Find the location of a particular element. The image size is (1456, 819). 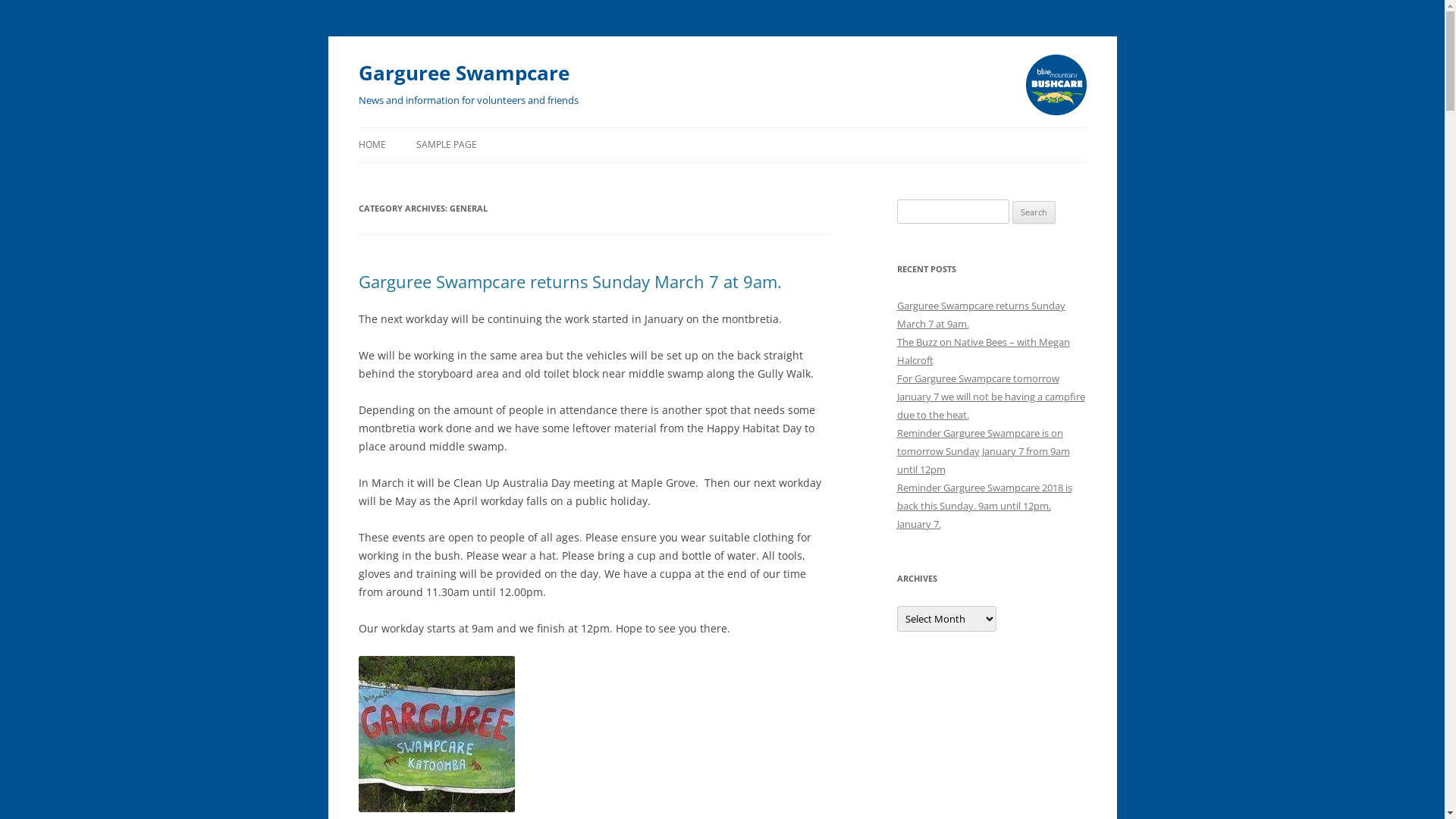

'SAMPLE PAGE' is located at coordinates (445, 145).